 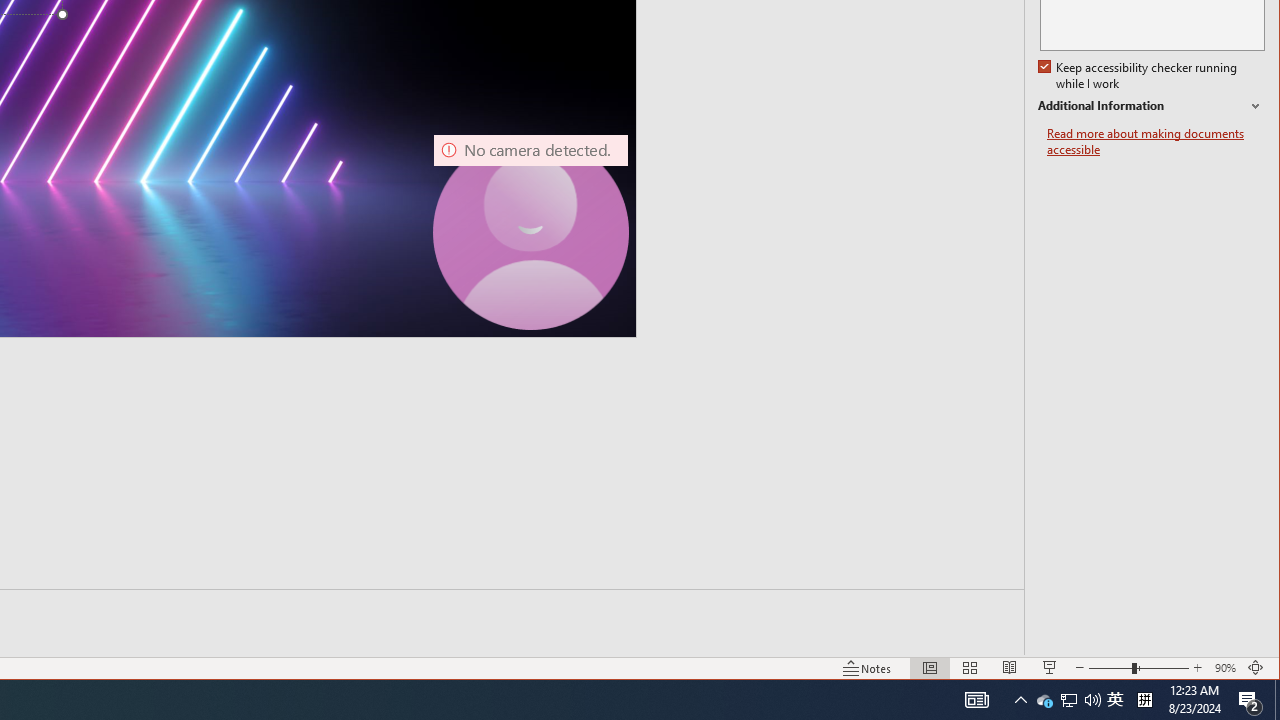 What do you see at coordinates (1151, 106) in the screenshot?
I see `'Additional Information'` at bounding box center [1151, 106].